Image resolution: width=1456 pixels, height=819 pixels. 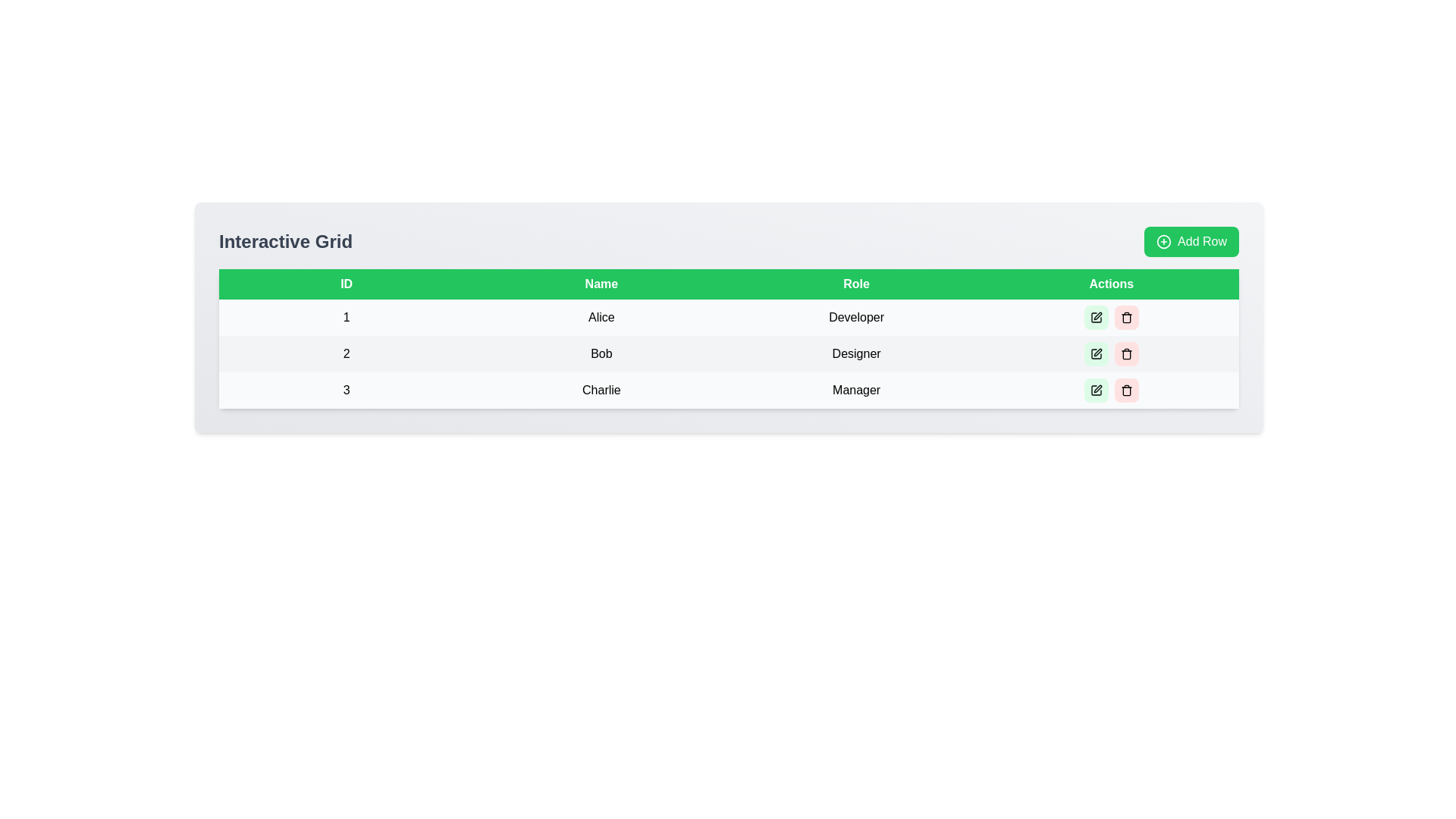 I want to click on the 'Add Row' button with a green background and white text, located at the top-right corner of the 'Interactive Grid' section header, so click(x=1191, y=241).